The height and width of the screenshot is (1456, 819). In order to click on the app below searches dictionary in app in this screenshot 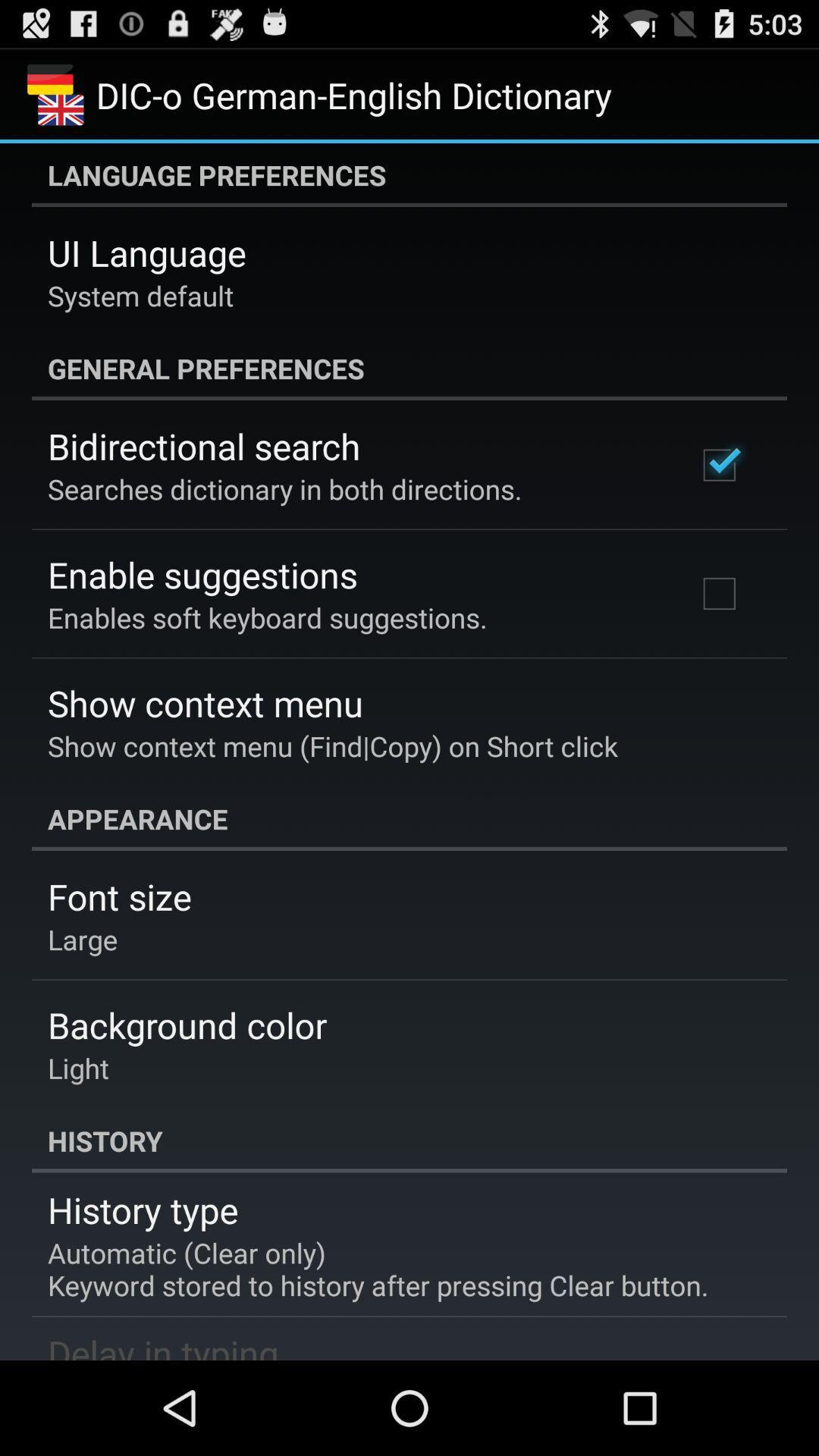, I will do `click(202, 573)`.